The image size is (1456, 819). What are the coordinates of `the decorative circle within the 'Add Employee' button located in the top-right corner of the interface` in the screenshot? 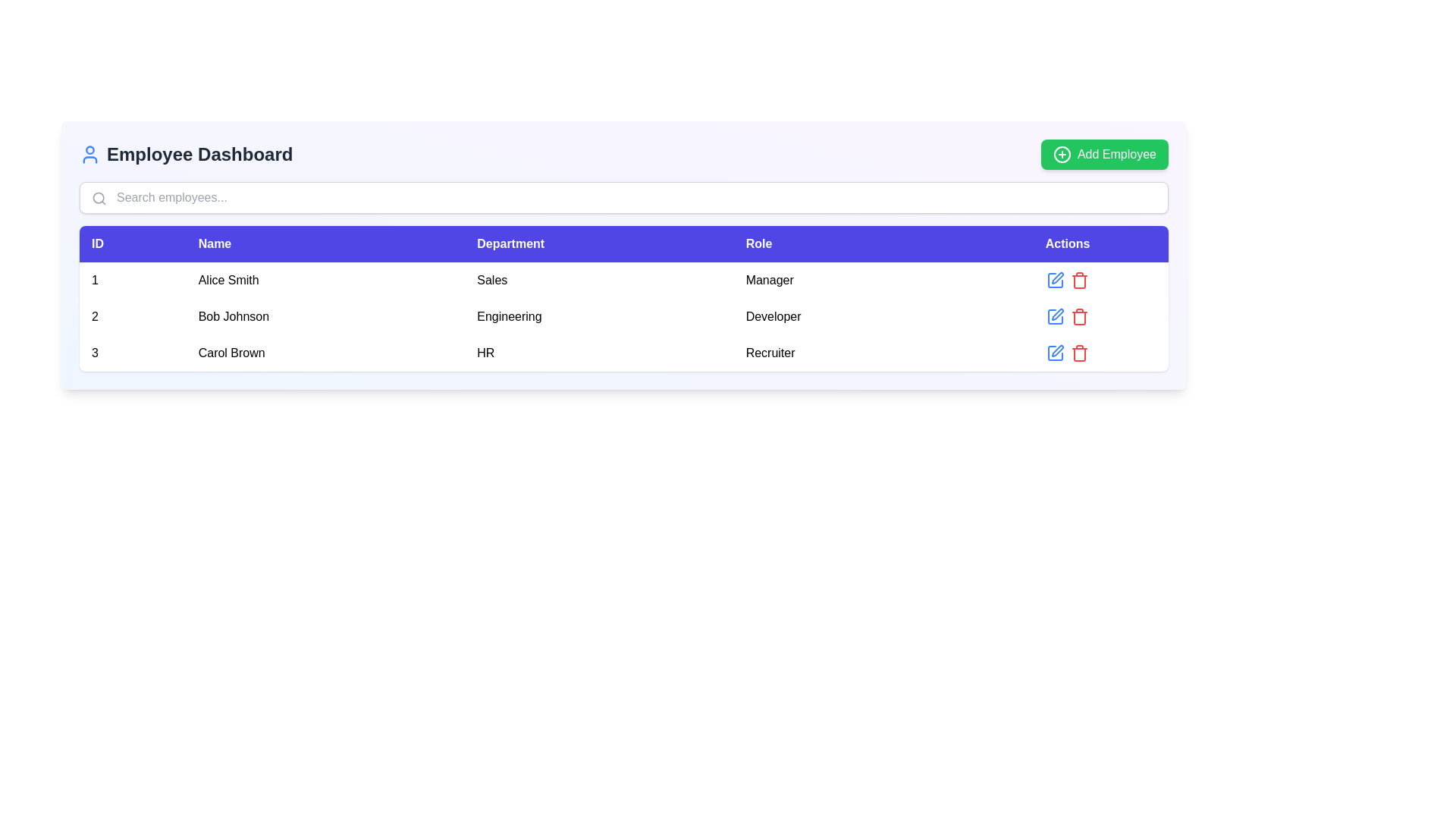 It's located at (1062, 155).